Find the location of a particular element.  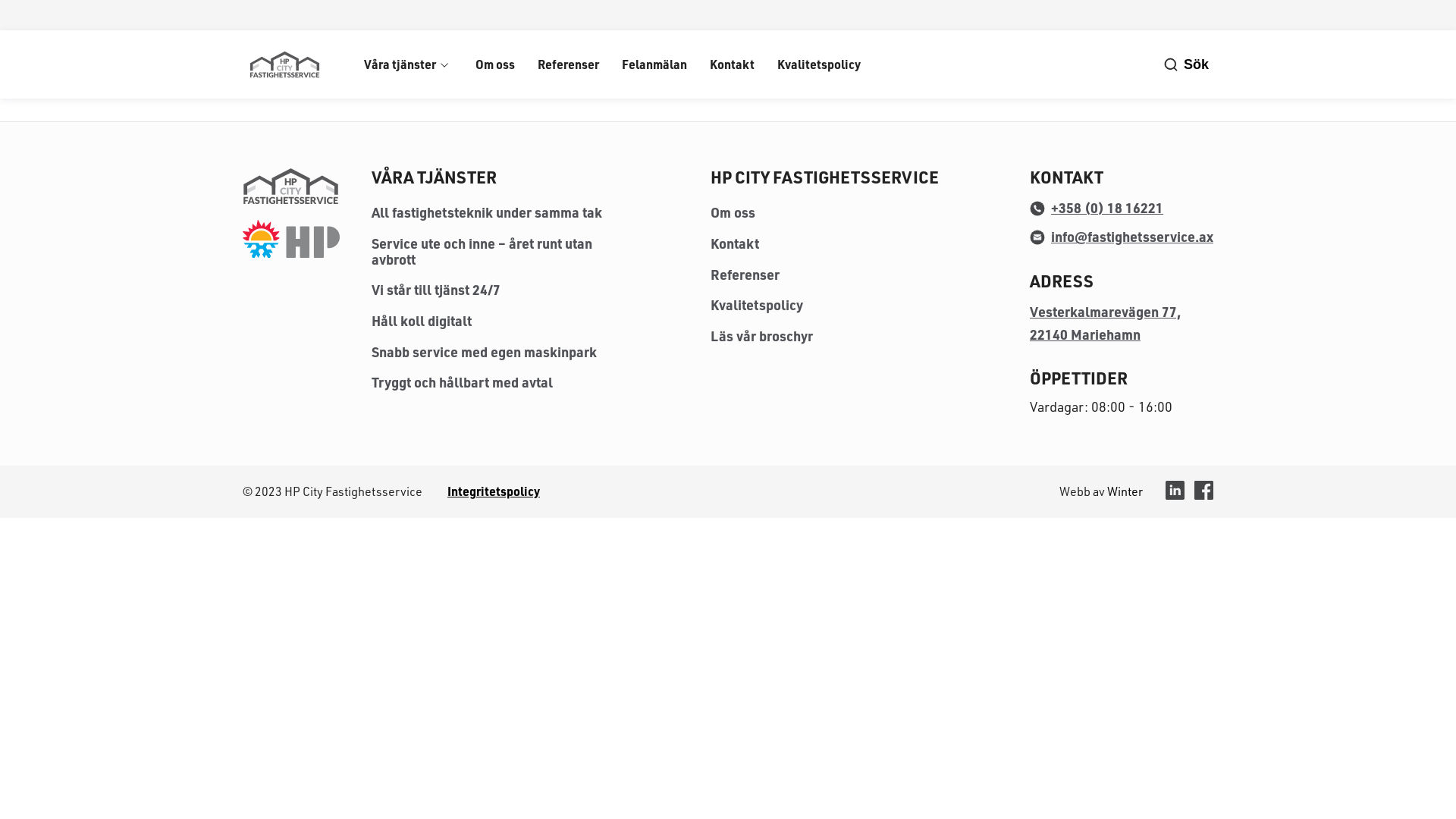

'Kvalitetspolicy' is located at coordinates (818, 63).